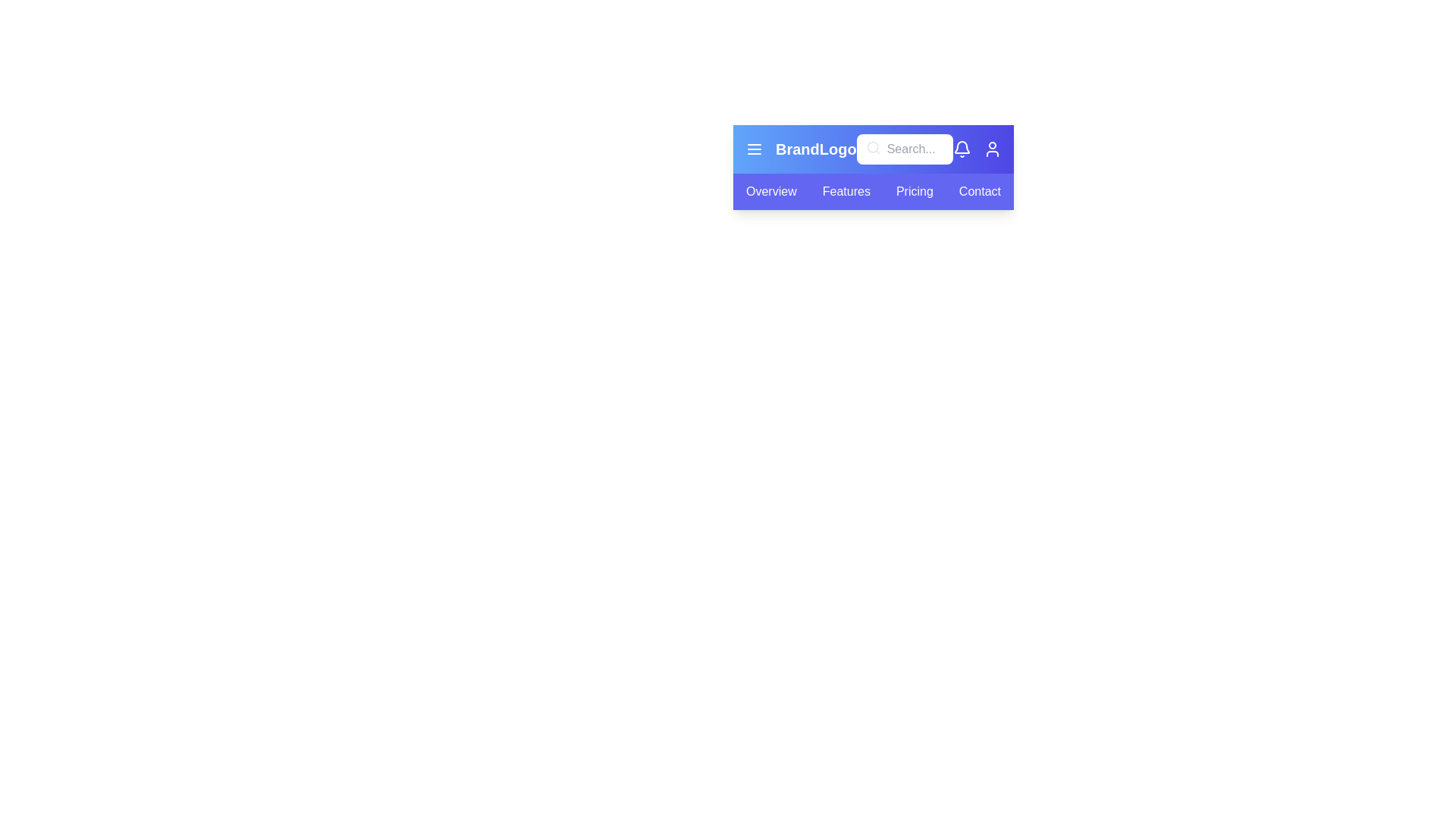  What do you see at coordinates (846, 191) in the screenshot?
I see `the tab labeled Features from the navigation bar` at bounding box center [846, 191].